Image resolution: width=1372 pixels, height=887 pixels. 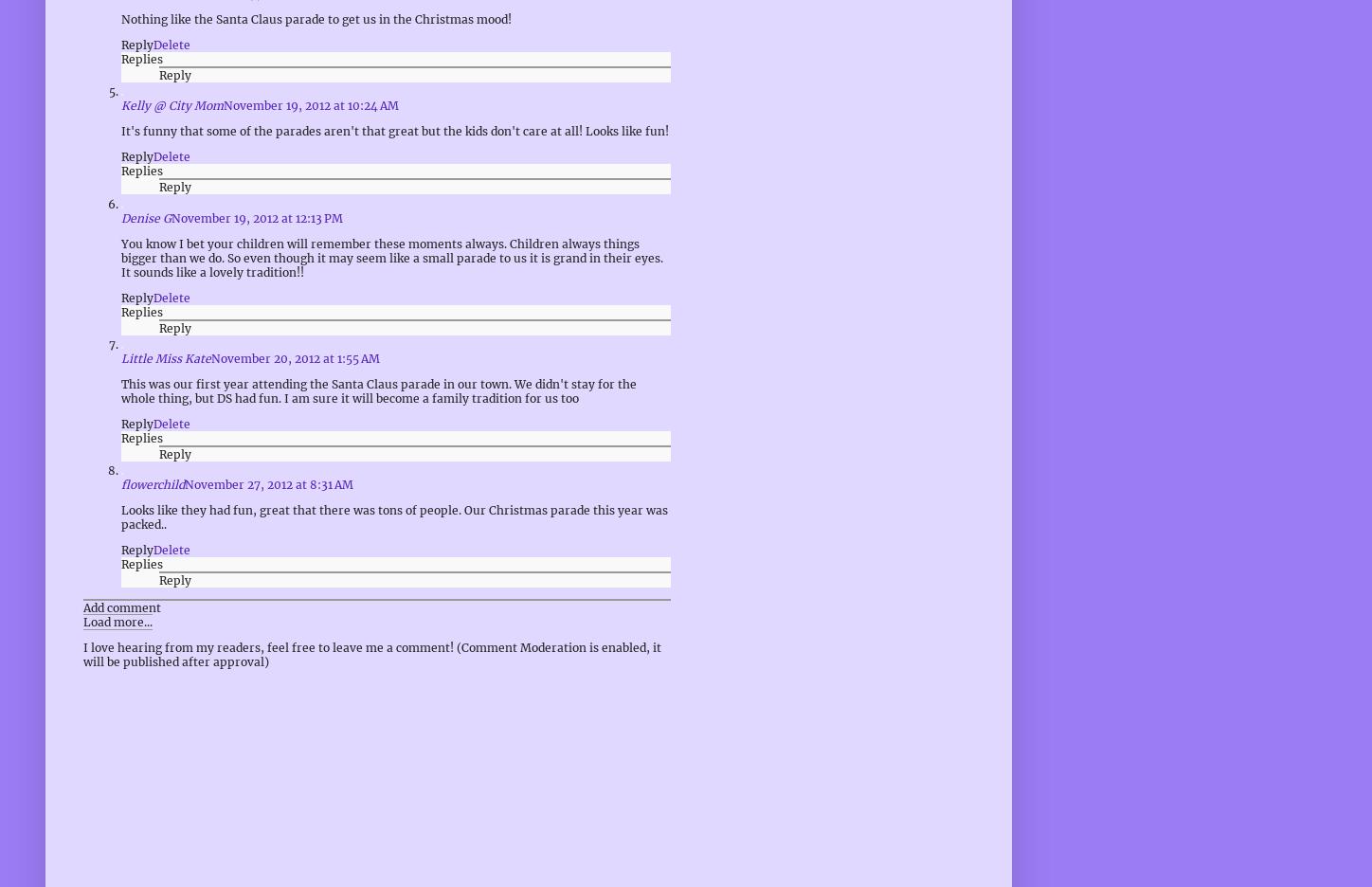 What do you see at coordinates (120, 389) in the screenshot?
I see `'This was our first year attending the Santa Claus parade in our town.  We didn't stay for the whole thing, but DS had fun.  I am sure it will become a family tradition for us too'` at bounding box center [120, 389].